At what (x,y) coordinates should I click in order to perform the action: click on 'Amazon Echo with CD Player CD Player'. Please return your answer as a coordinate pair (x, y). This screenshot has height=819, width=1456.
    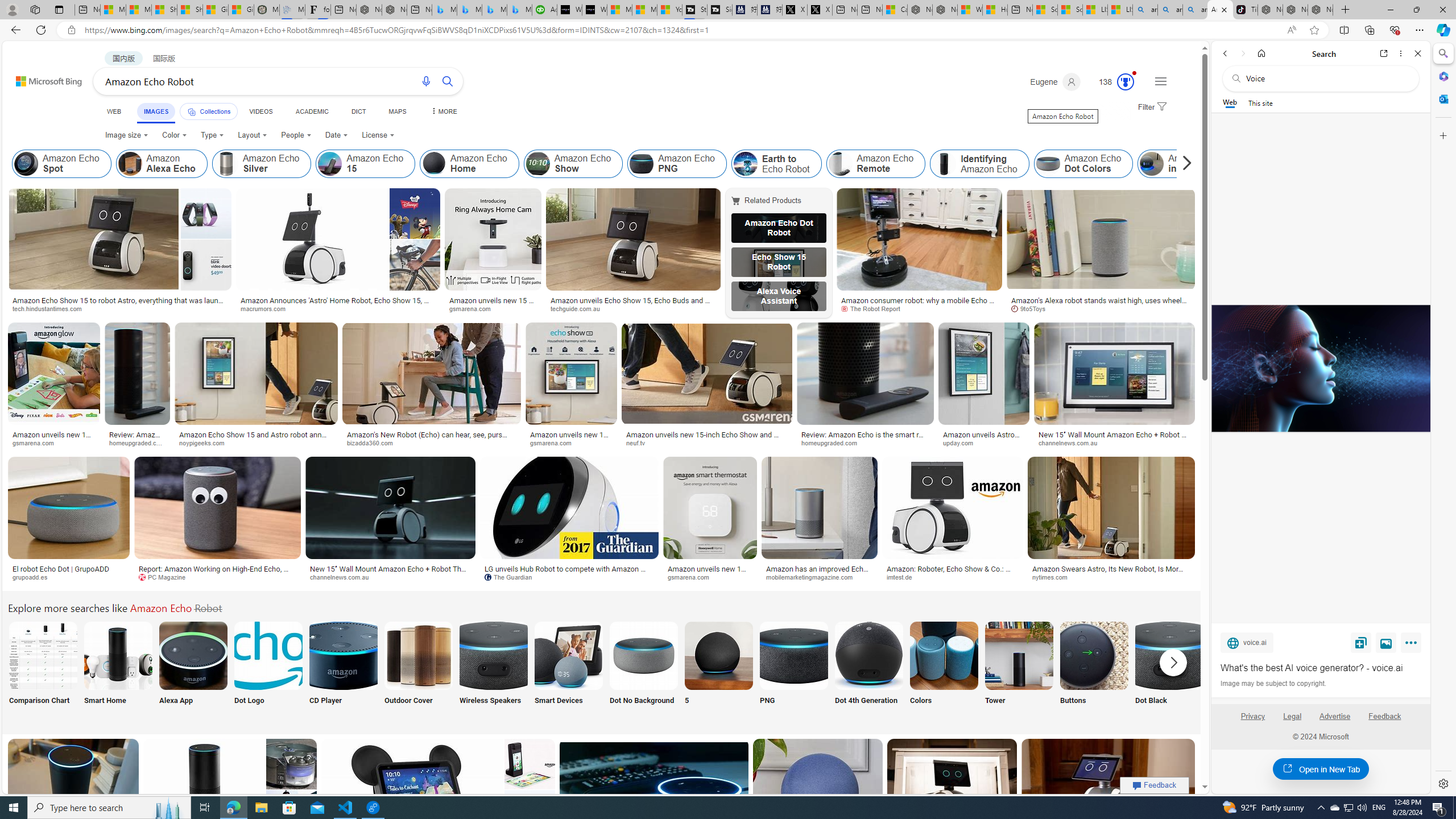
    Looking at the image, I should click on (342, 669).